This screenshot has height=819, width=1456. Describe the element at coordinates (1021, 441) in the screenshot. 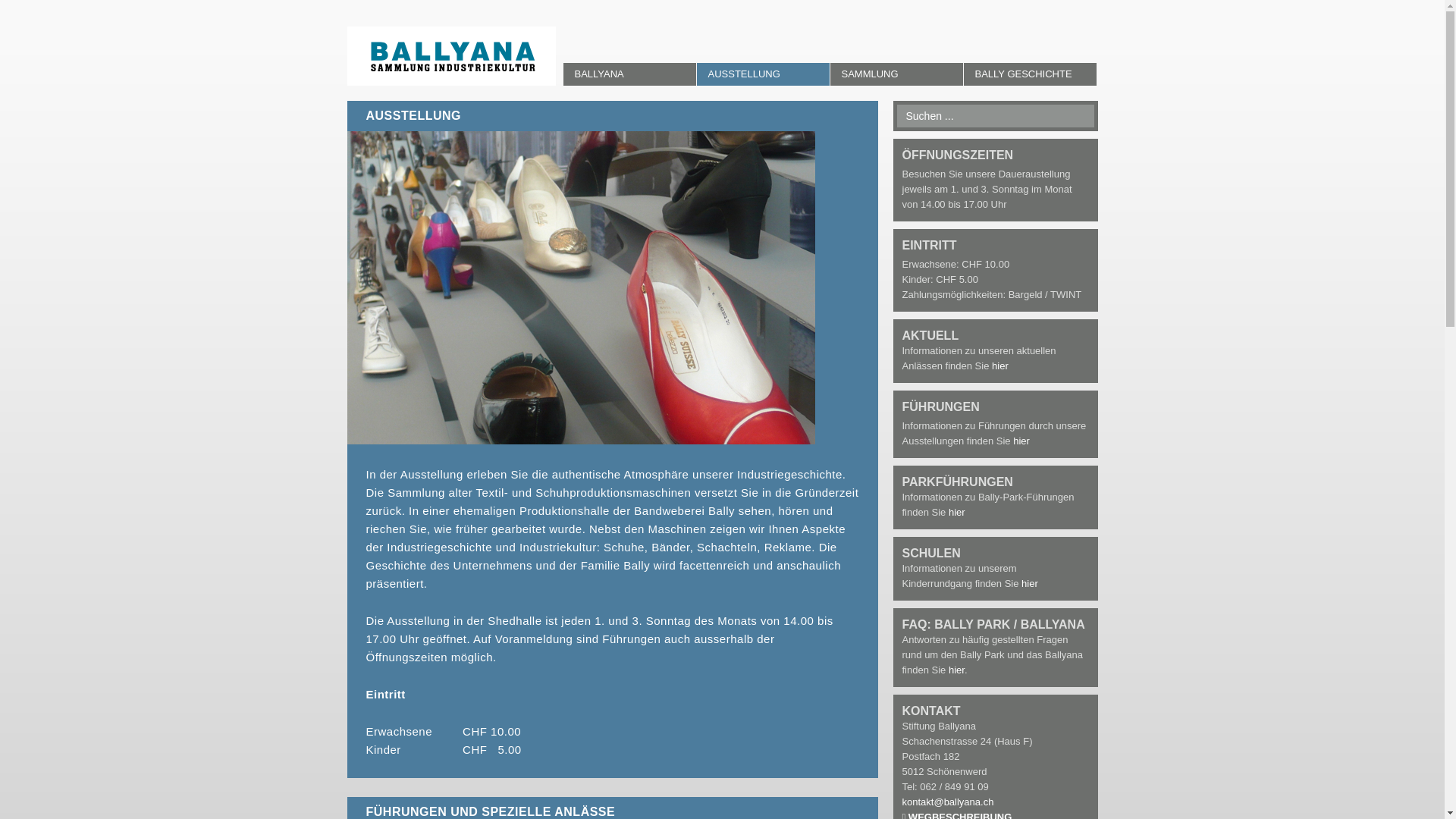

I see `'hier'` at that location.